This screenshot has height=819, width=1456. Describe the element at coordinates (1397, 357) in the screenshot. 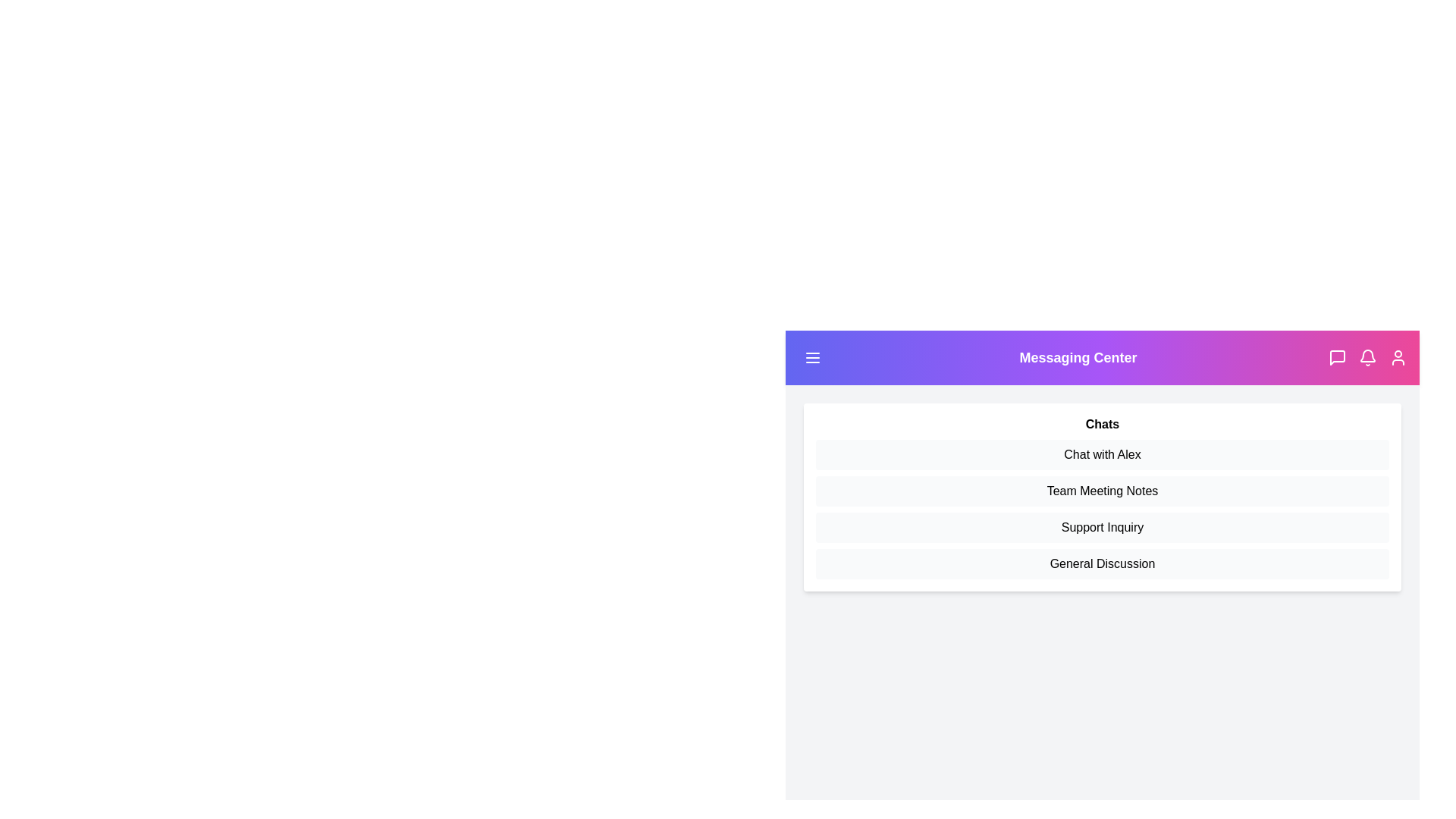

I see `user profile icon in the top-right corner` at that location.